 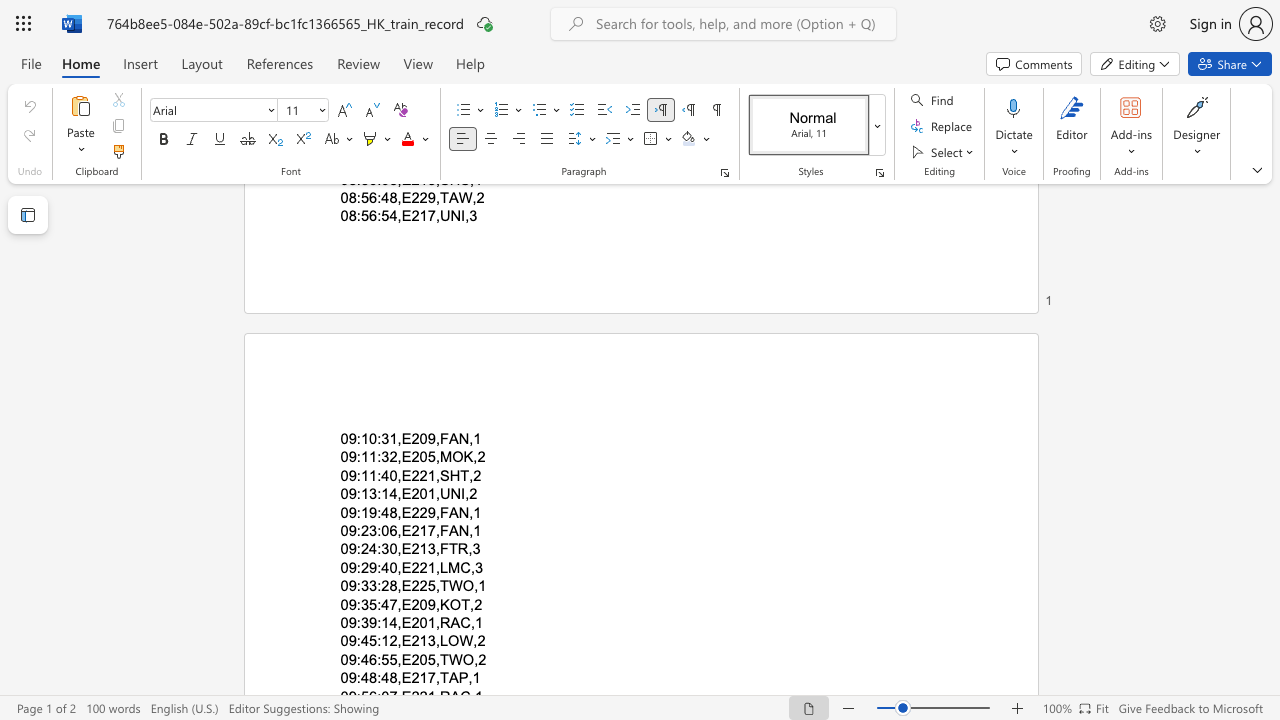 I want to click on the subset text "LO" within the text "09:45:12,E213,LOW,2", so click(x=438, y=641).